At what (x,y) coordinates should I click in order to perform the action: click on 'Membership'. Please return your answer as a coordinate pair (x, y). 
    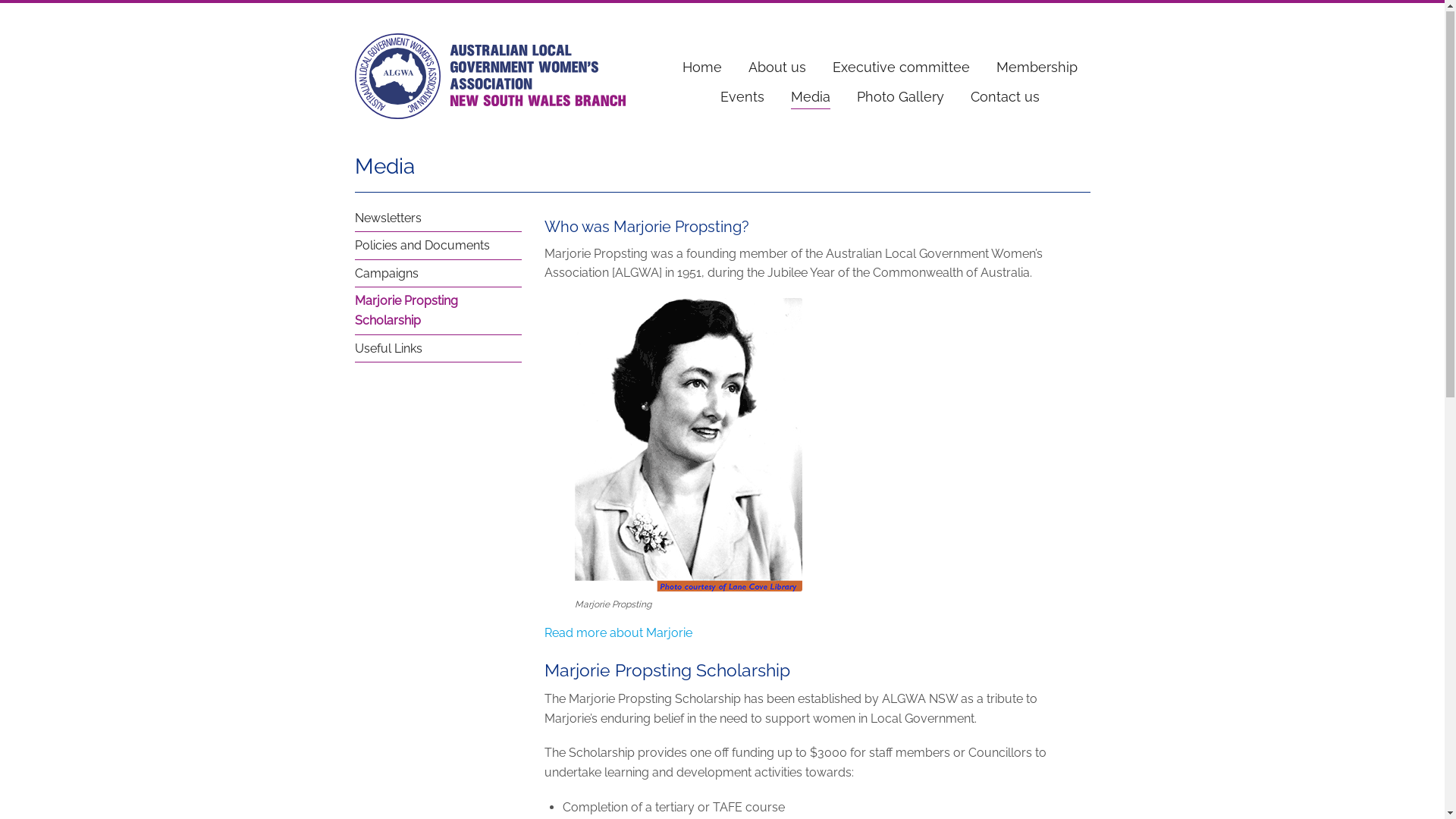
    Looking at the image, I should click on (1036, 67).